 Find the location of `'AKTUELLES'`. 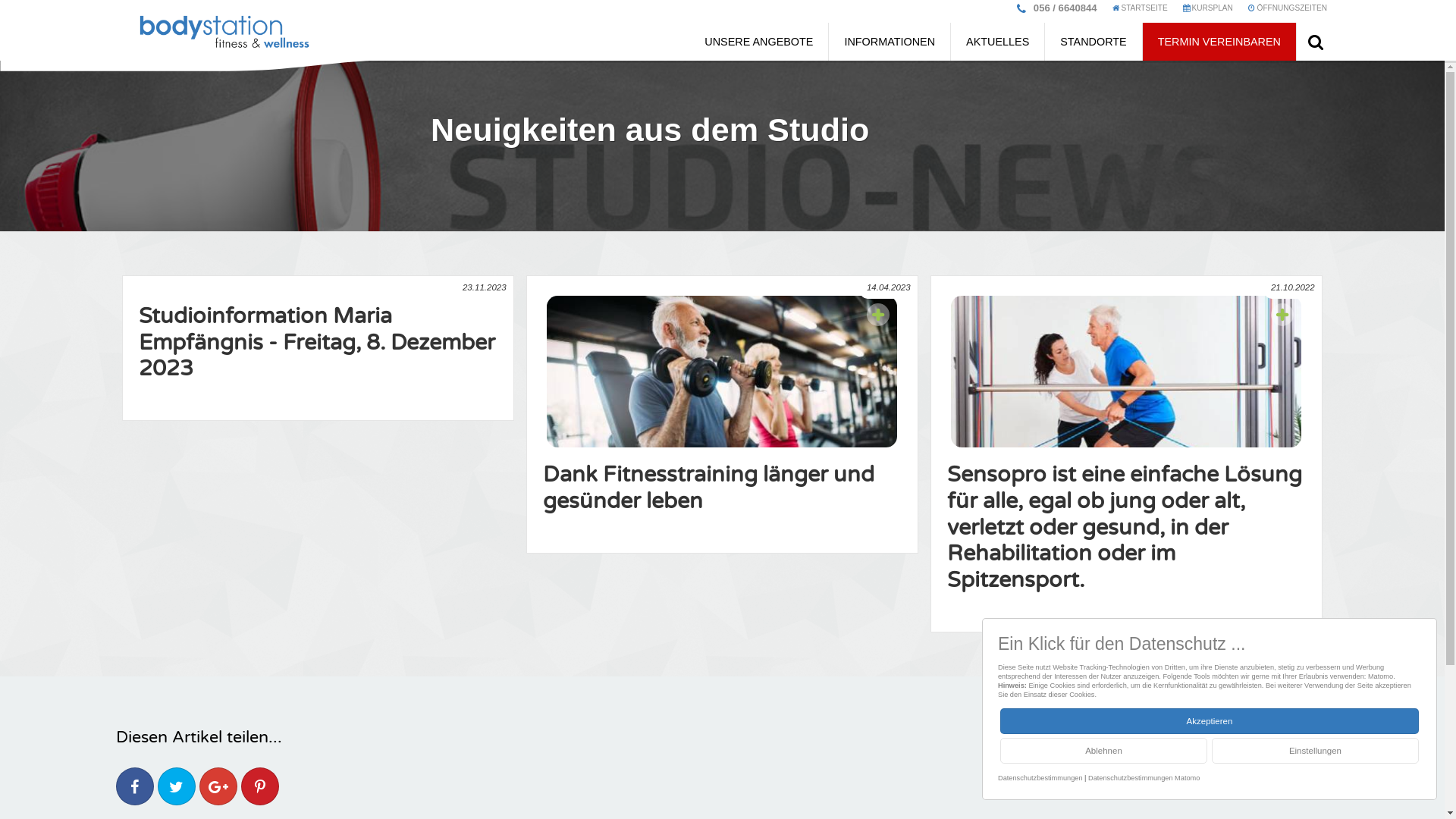

'AKTUELLES' is located at coordinates (997, 40).